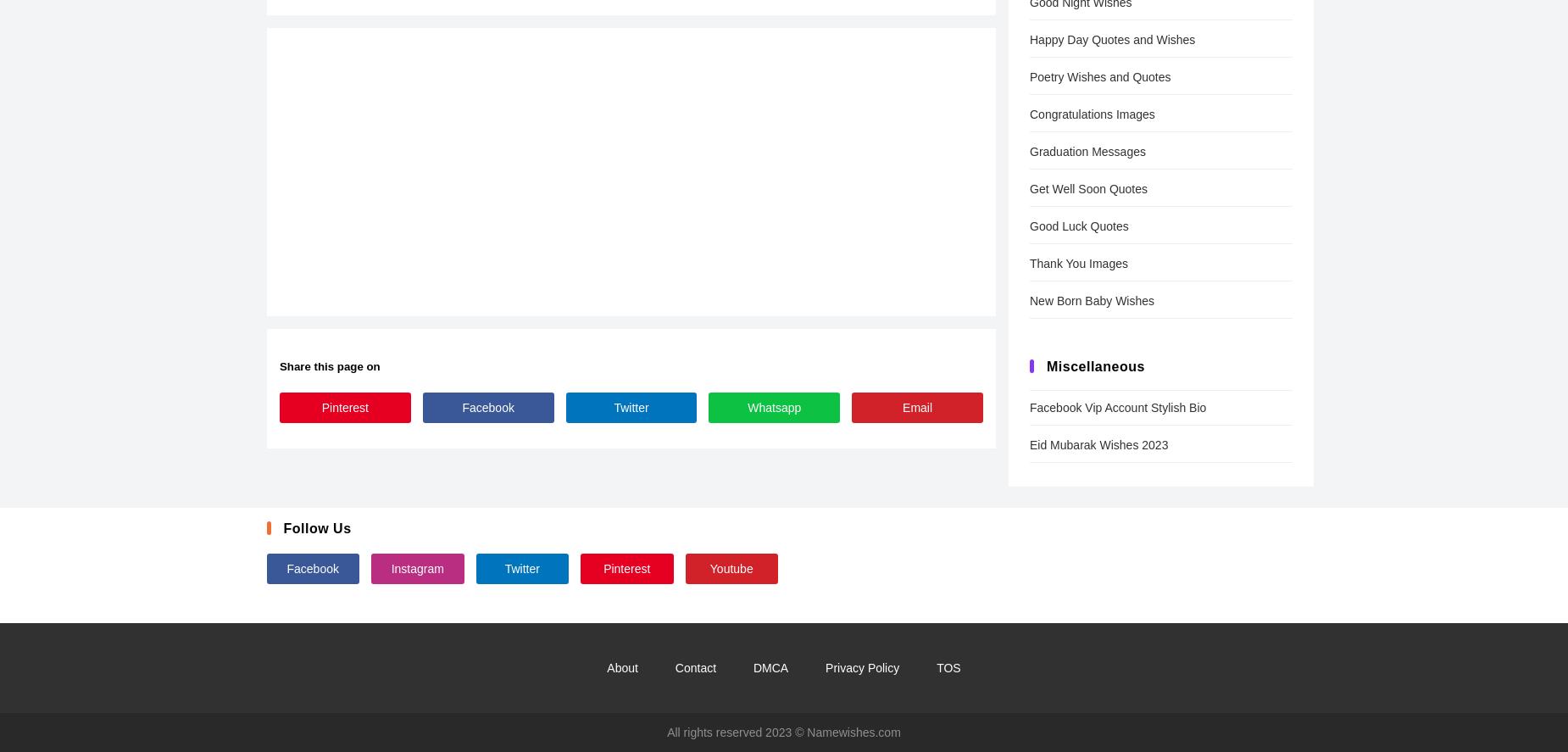  What do you see at coordinates (916, 405) in the screenshot?
I see `'Email'` at bounding box center [916, 405].